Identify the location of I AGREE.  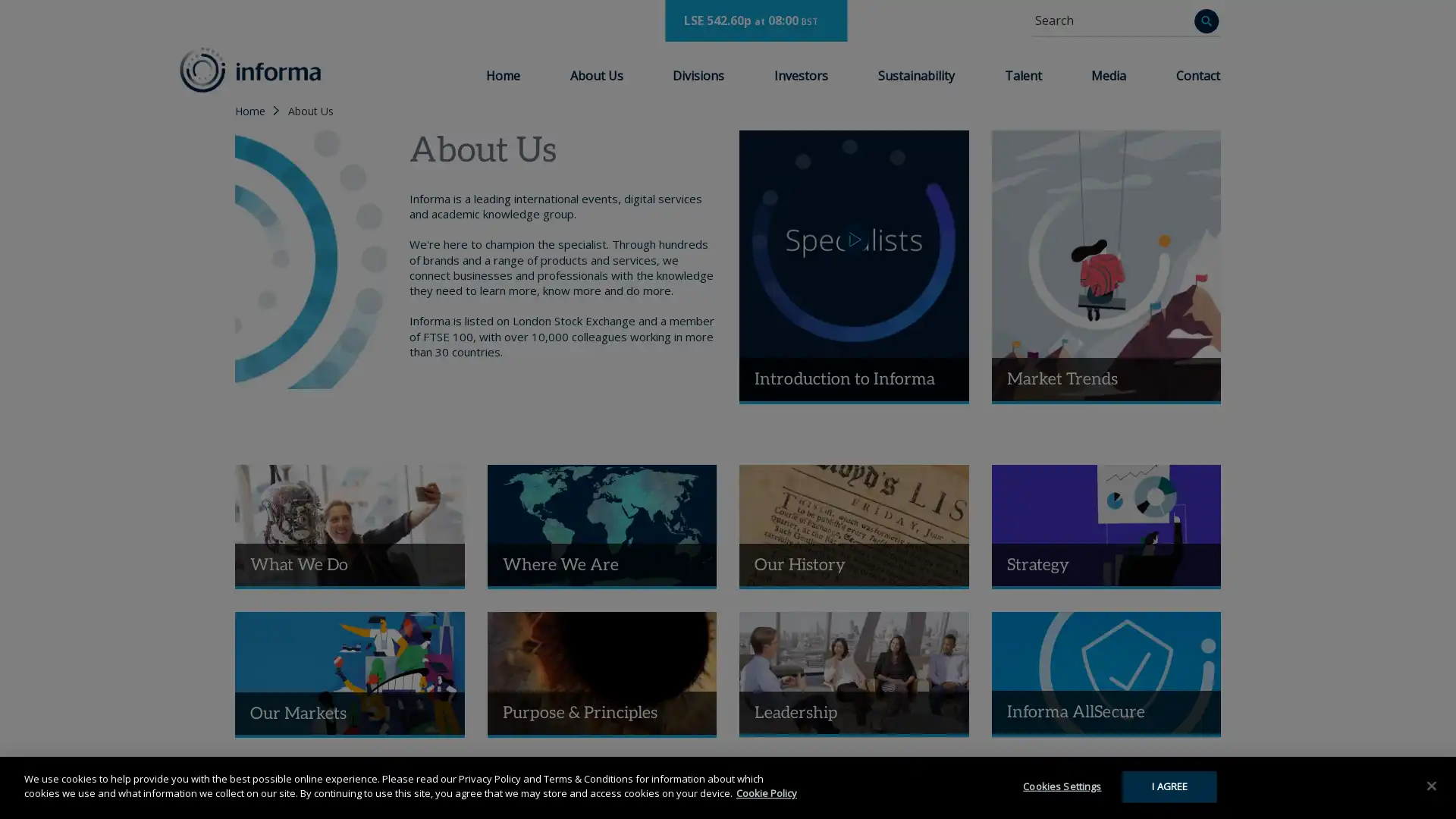
(1169, 786).